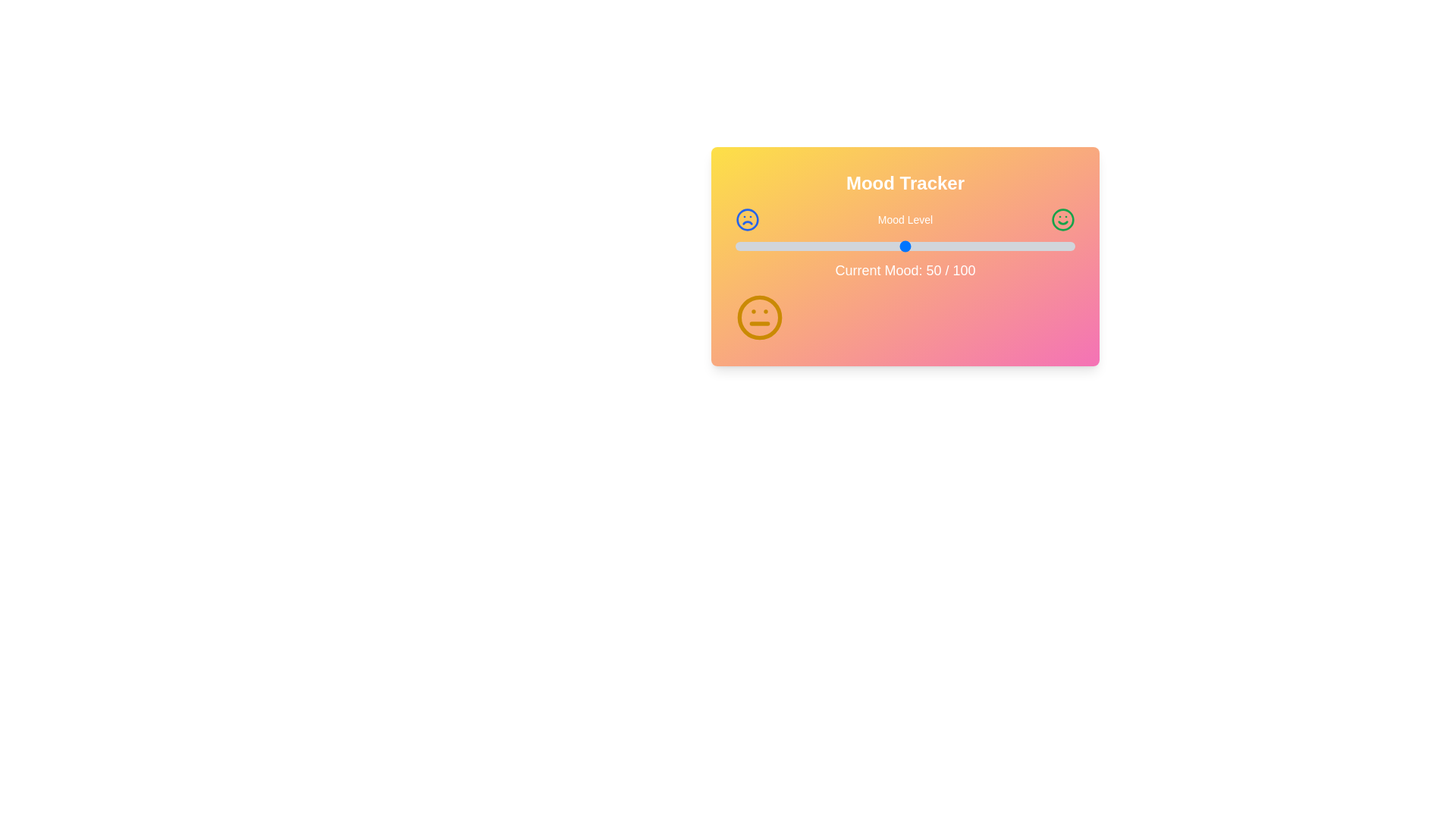 This screenshot has width=1456, height=819. Describe the element at coordinates (813, 245) in the screenshot. I see `the mood level slider to 23 where mood_level is a percentage between 0 and 100` at that location.